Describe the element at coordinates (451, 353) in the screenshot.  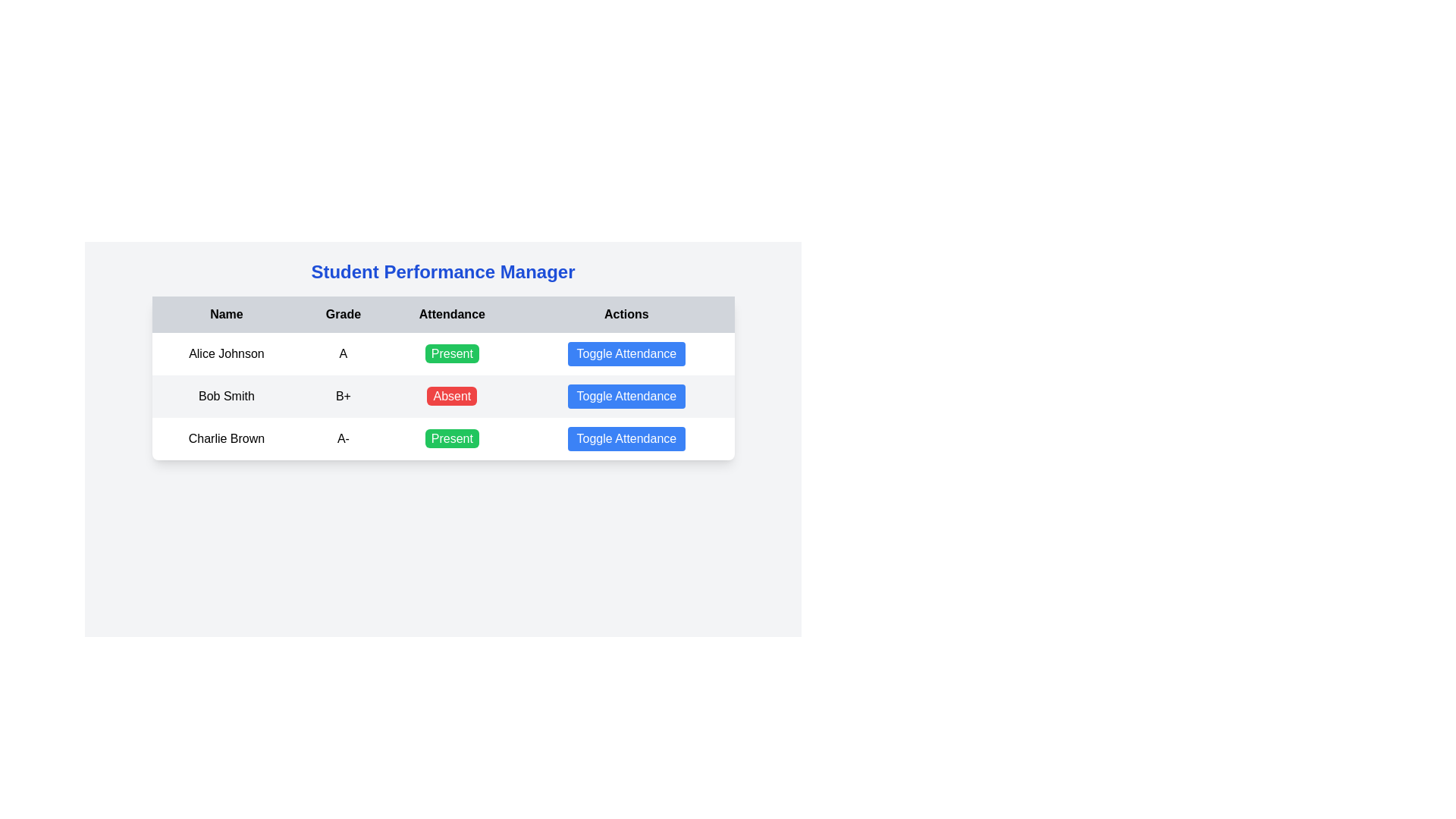
I see `the 'Present' status indicator button, which is a rounded rectangular button with a green background and white text, located in the Attendance column of the first row for Alice Johnson` at that location.